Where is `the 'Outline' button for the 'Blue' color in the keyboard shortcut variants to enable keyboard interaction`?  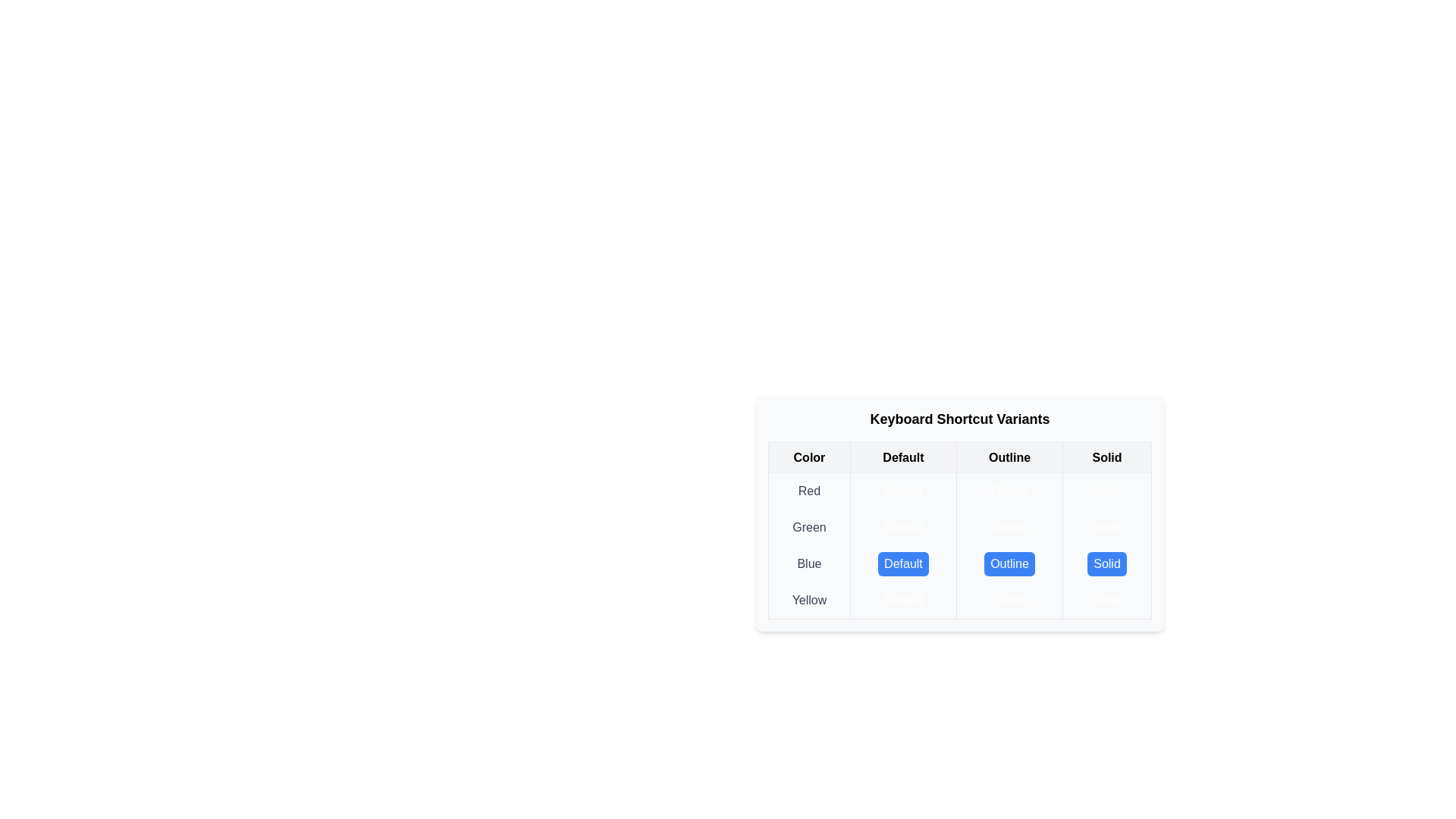
the 'Outline' button for the 'Blue' color in the keyboard shortcut variants to enable keyboard interaction is located at coordinates (1009, 564).